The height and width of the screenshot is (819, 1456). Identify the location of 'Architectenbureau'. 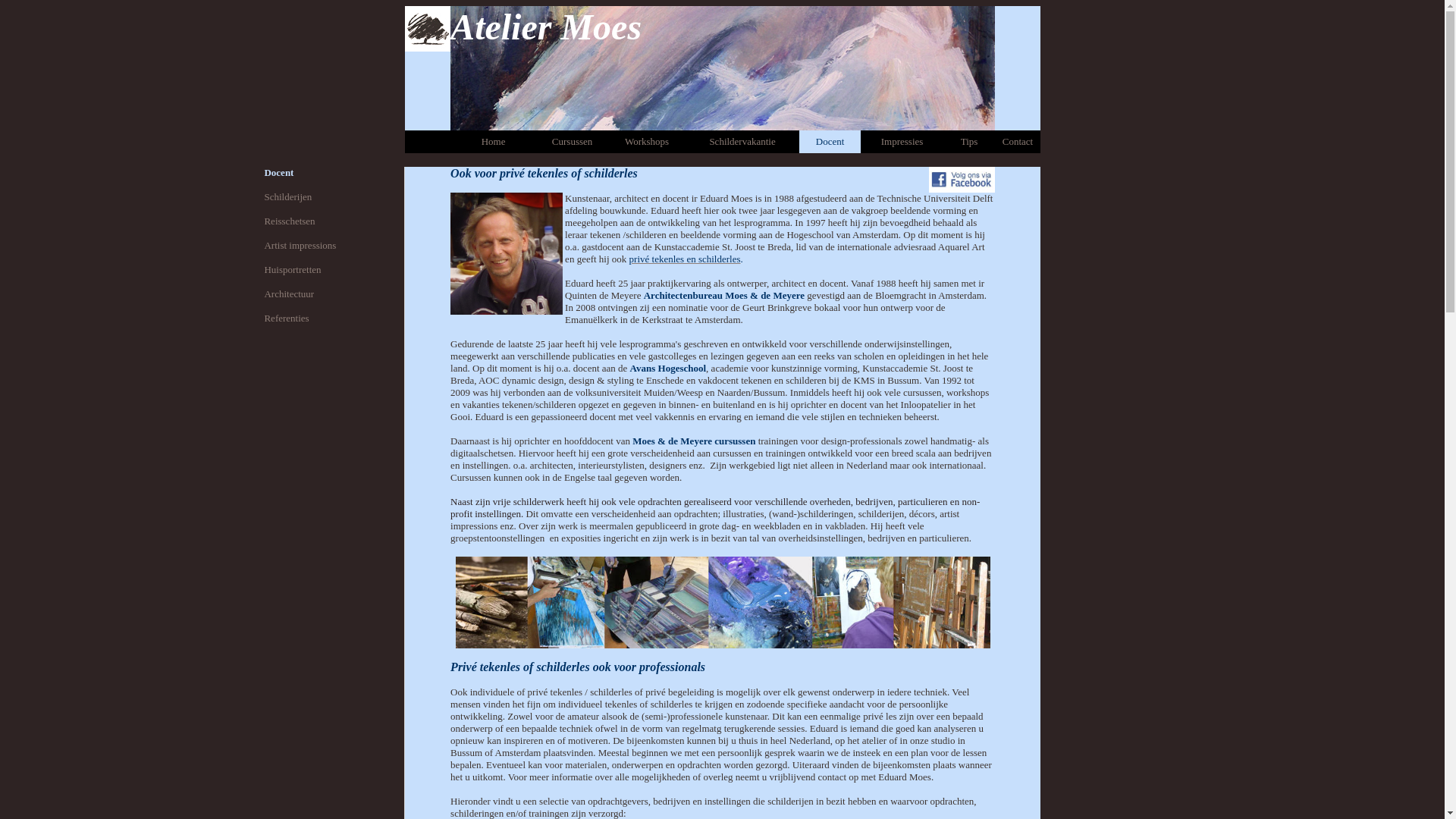
(682, 295).